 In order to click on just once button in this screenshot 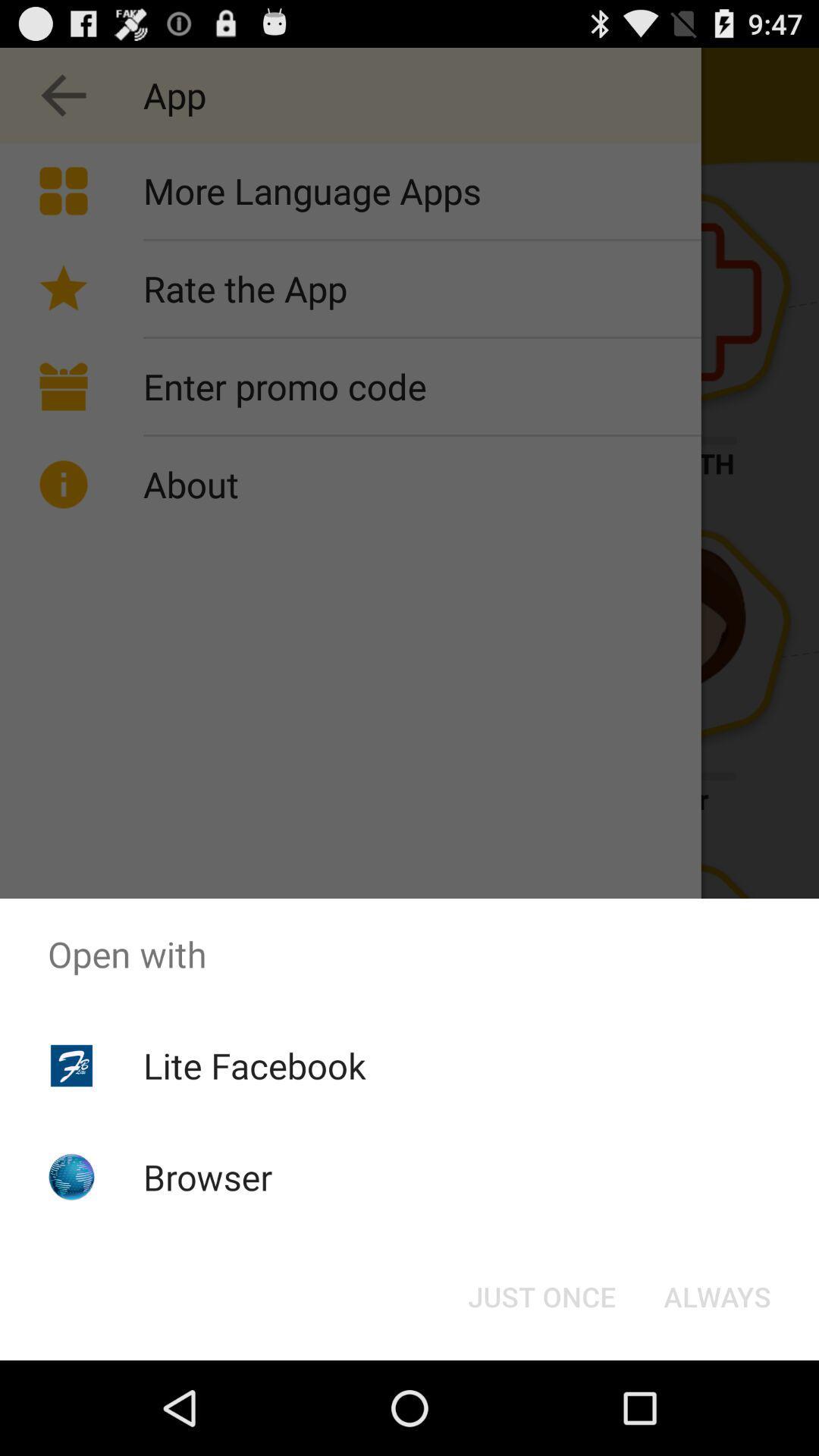, I will do `click(541, 1295)`.